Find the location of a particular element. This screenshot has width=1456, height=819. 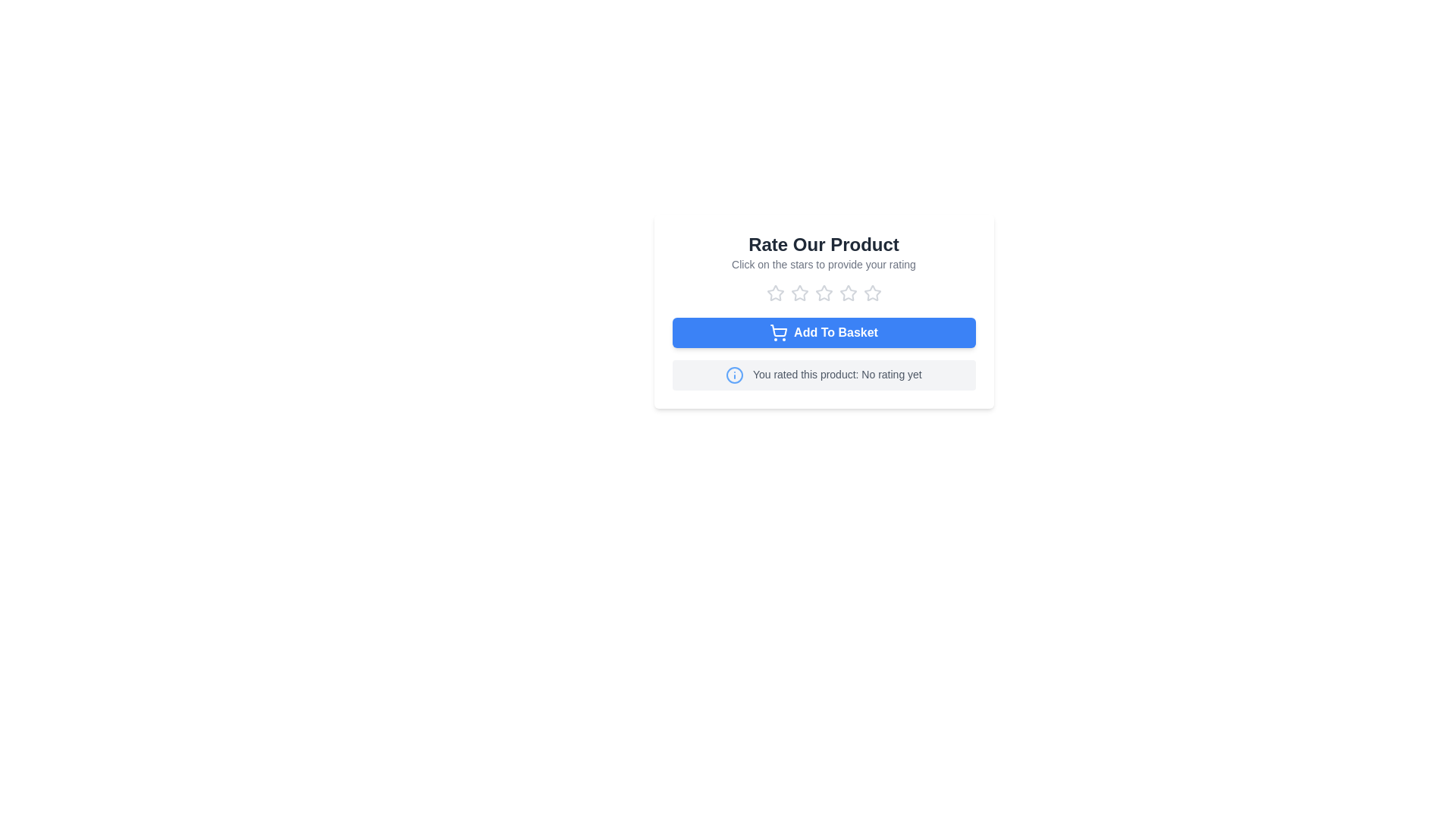

the blue 'Add To Basket' button with a shopping cart icon is located at coordinates (823, 332).